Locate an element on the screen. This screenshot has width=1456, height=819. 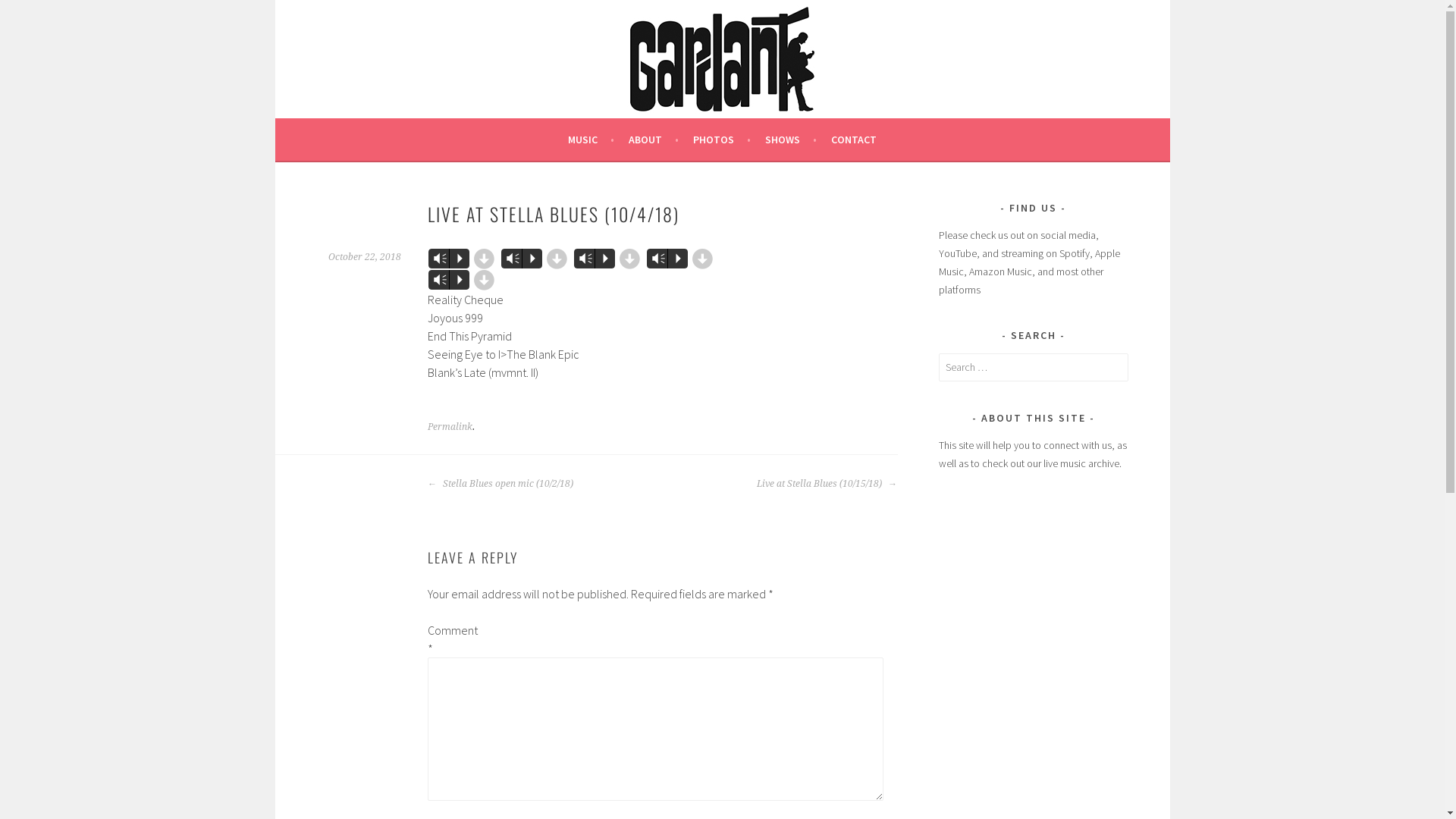
'd' is located at coordinates (629, 257).